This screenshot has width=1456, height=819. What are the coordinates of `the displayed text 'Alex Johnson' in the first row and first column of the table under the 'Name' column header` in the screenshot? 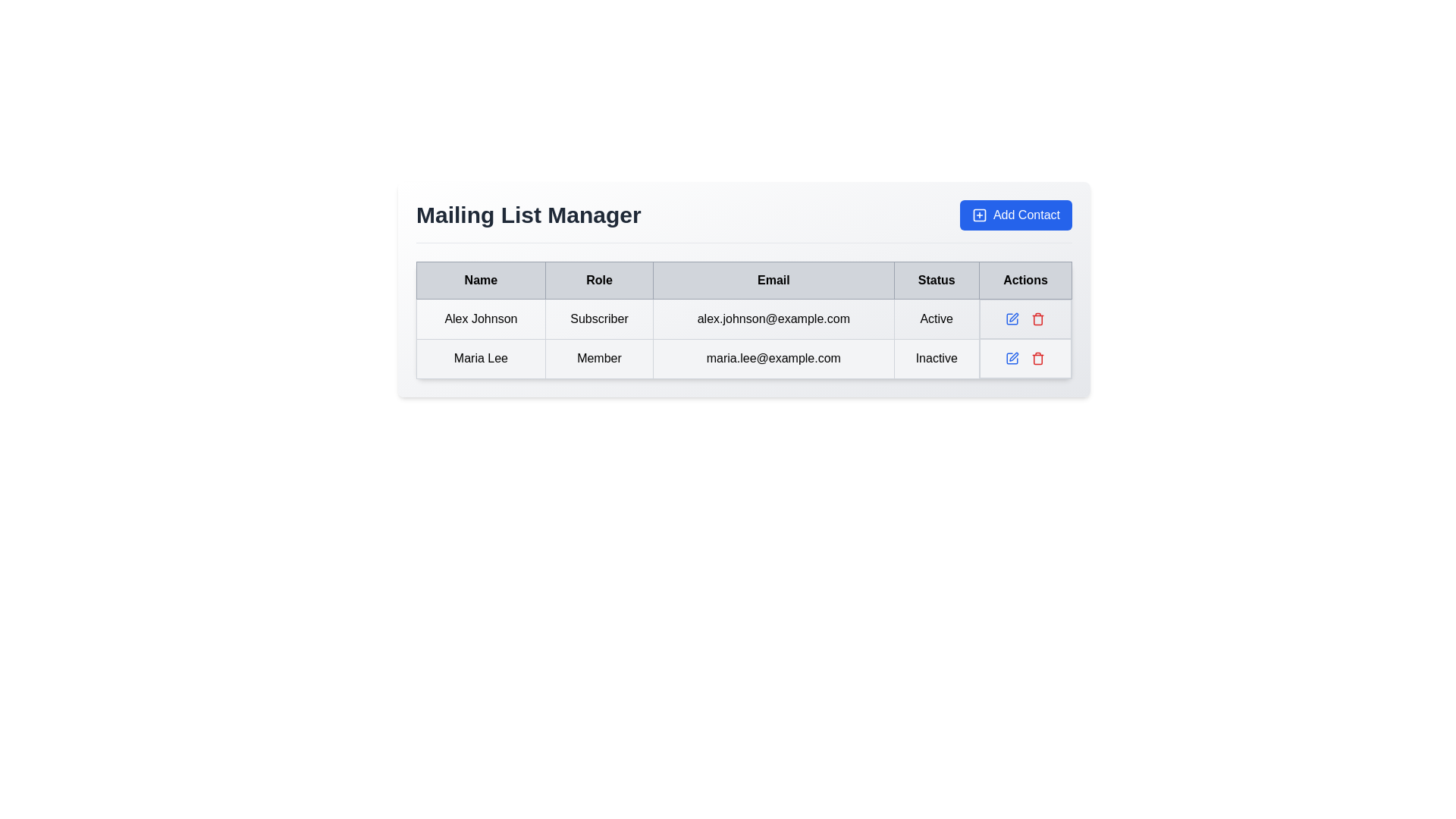 It's located at (480, 318).